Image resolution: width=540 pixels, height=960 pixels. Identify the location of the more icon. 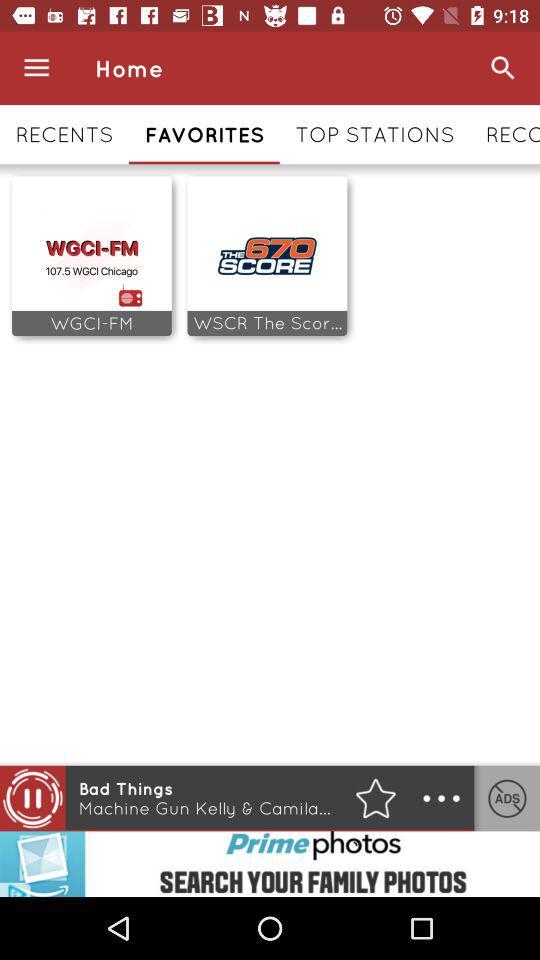
(441, 798).